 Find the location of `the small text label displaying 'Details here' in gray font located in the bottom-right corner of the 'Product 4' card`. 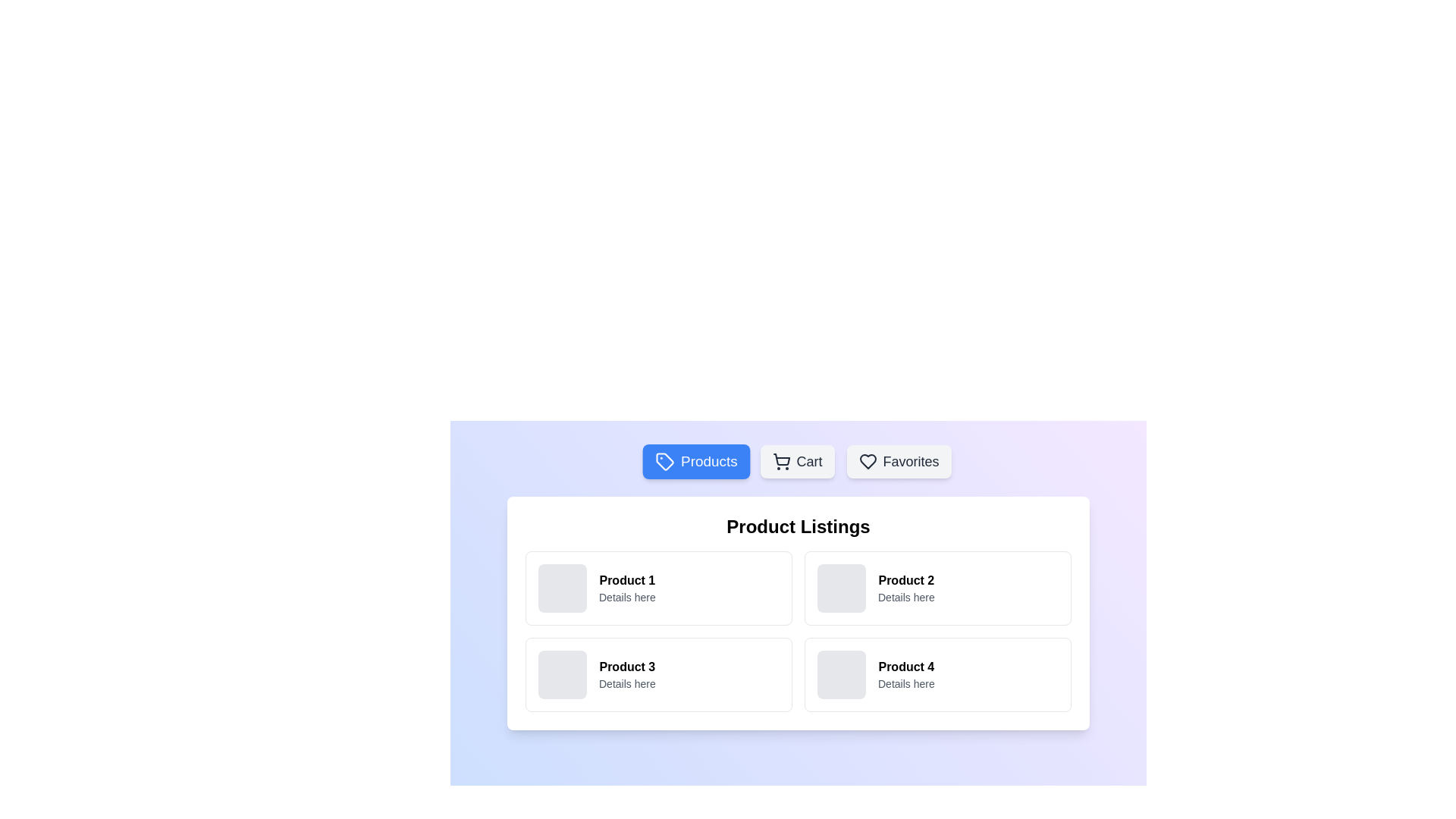

the small text label displaying 'Details here' in gray font located in the bottom-right corner of the 'Product 4' card is located at coordinates (906, 684).